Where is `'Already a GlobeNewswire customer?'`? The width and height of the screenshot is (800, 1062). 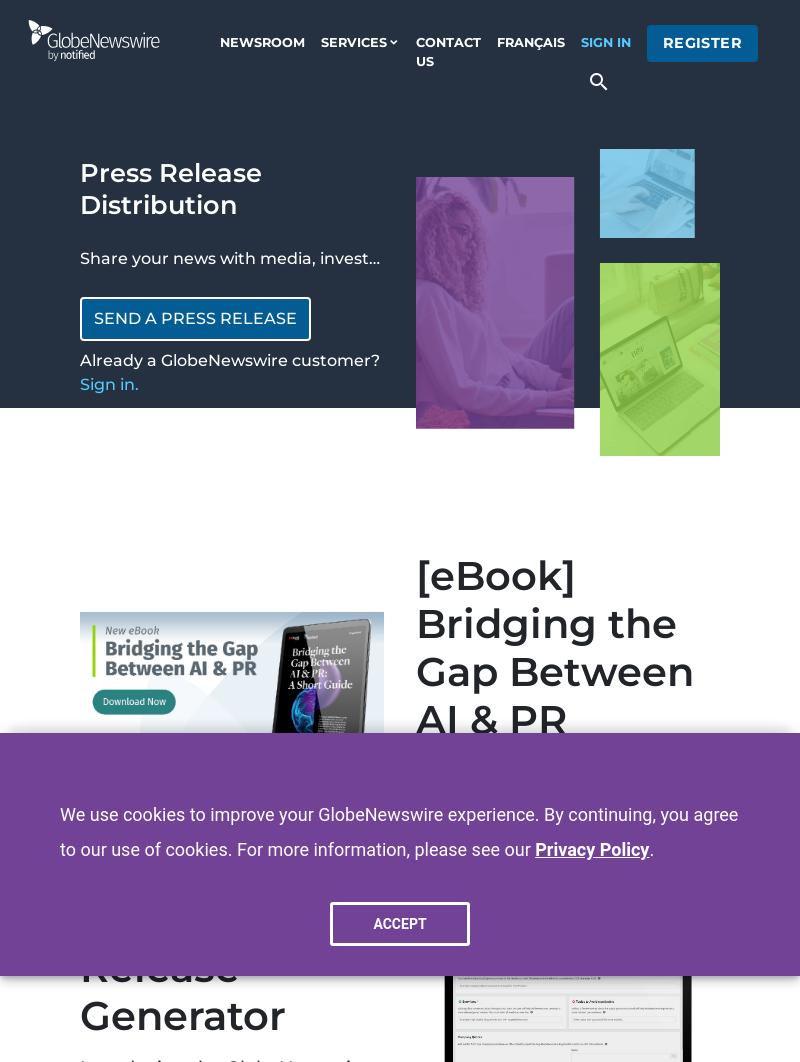
'Already a GlobeNewswire customer?' is located at coordinates (80, 359).